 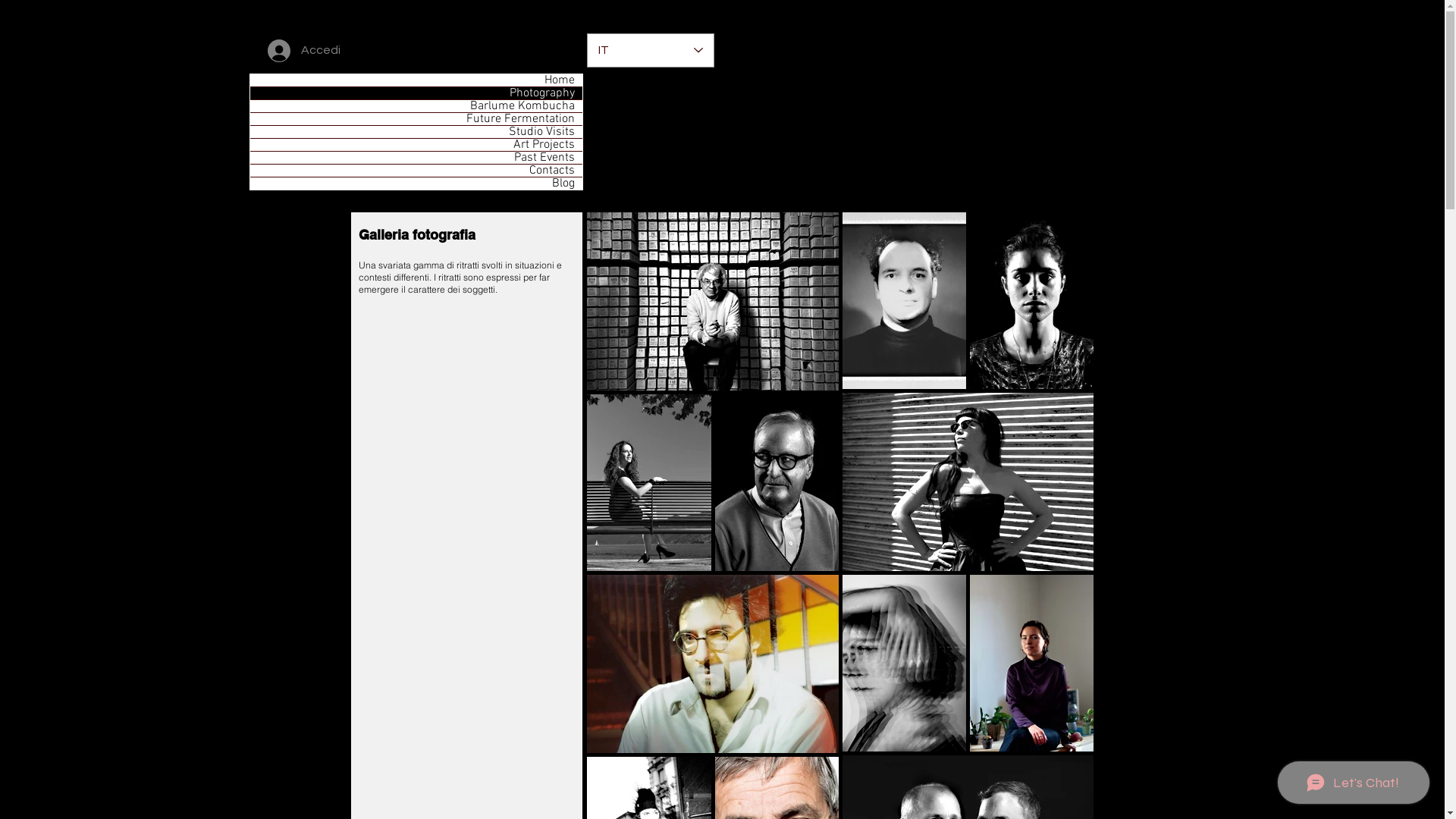 I want to click on 'Photography', so click(x=416, y=93).